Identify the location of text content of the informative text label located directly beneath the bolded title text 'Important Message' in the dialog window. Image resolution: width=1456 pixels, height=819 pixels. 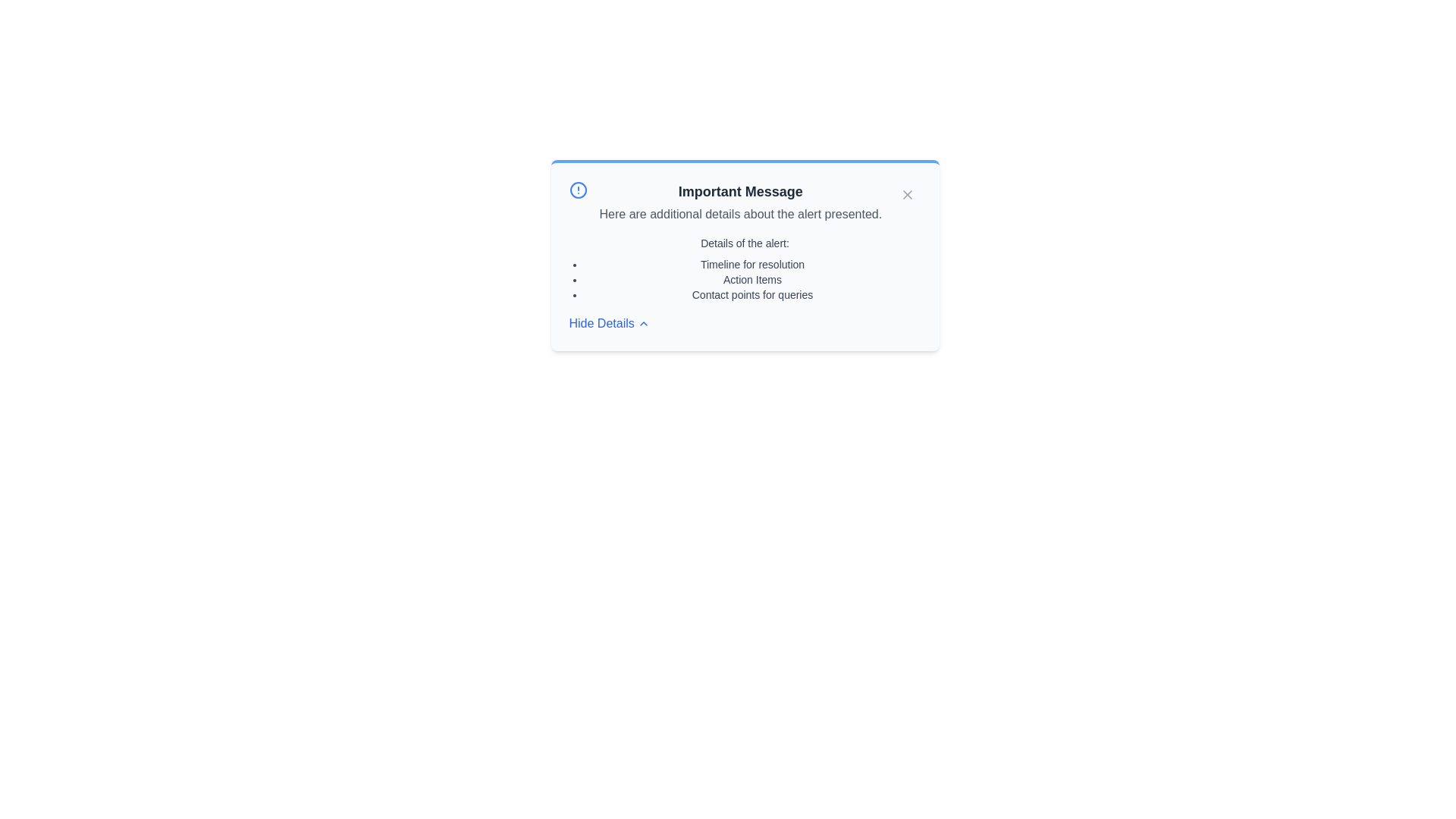
(740, 214).